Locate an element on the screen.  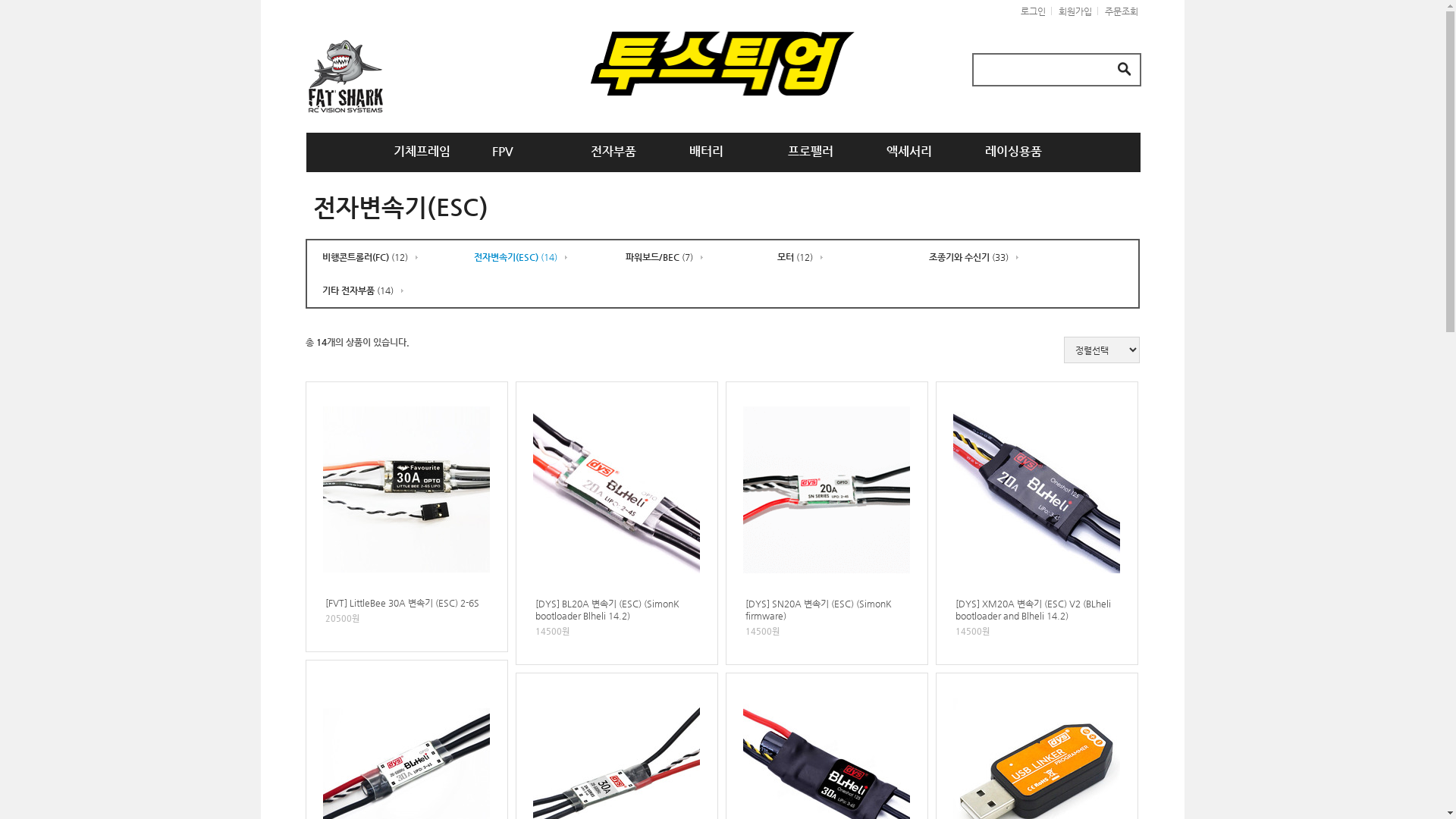
'FPV' is located at coordinates (497, 151).